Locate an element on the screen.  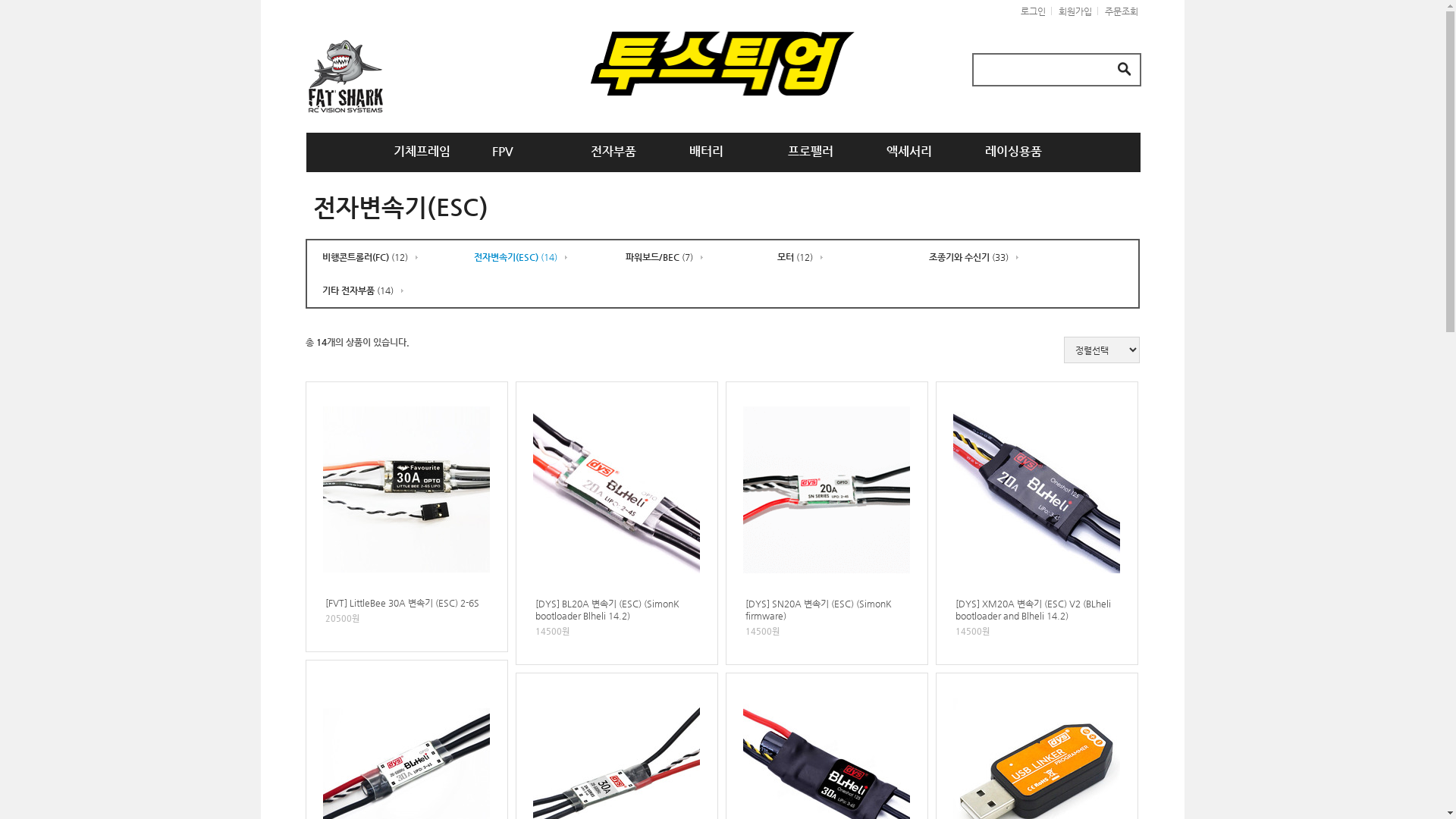
'FPV' is located at coordinates (497, 151).